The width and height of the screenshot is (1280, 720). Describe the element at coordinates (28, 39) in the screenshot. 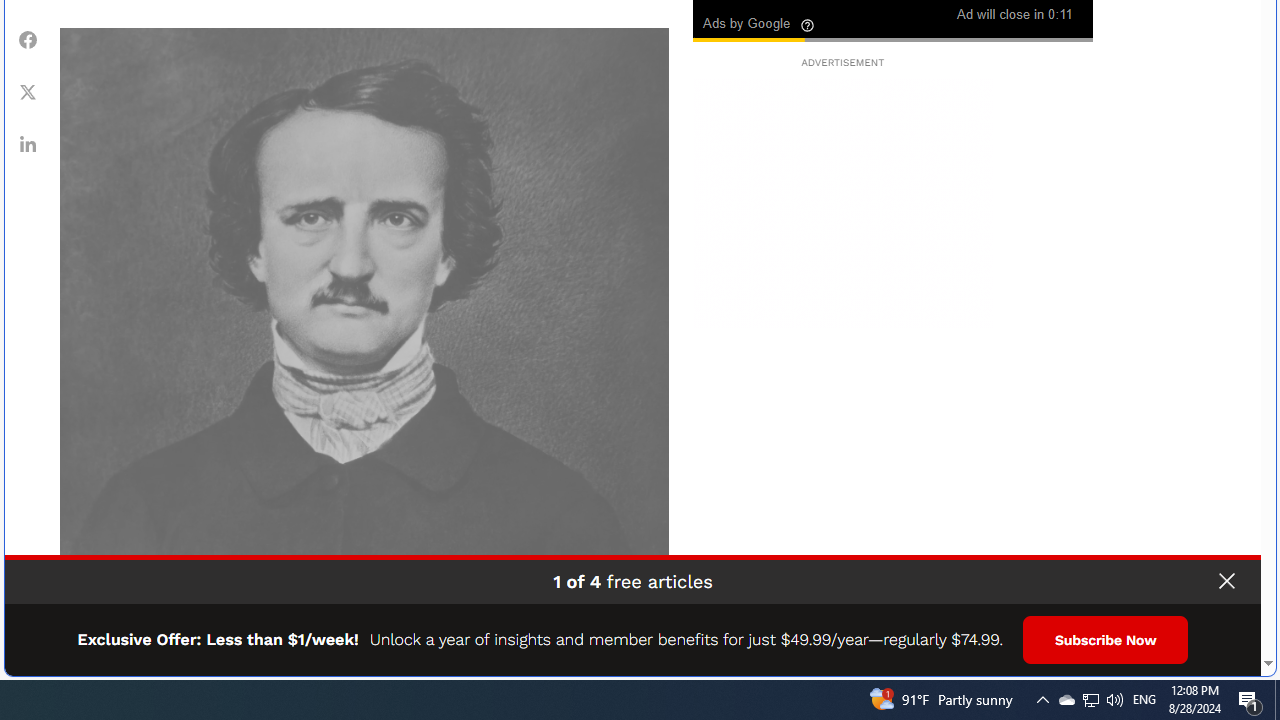

I see `'Share Facebook'` at that location.